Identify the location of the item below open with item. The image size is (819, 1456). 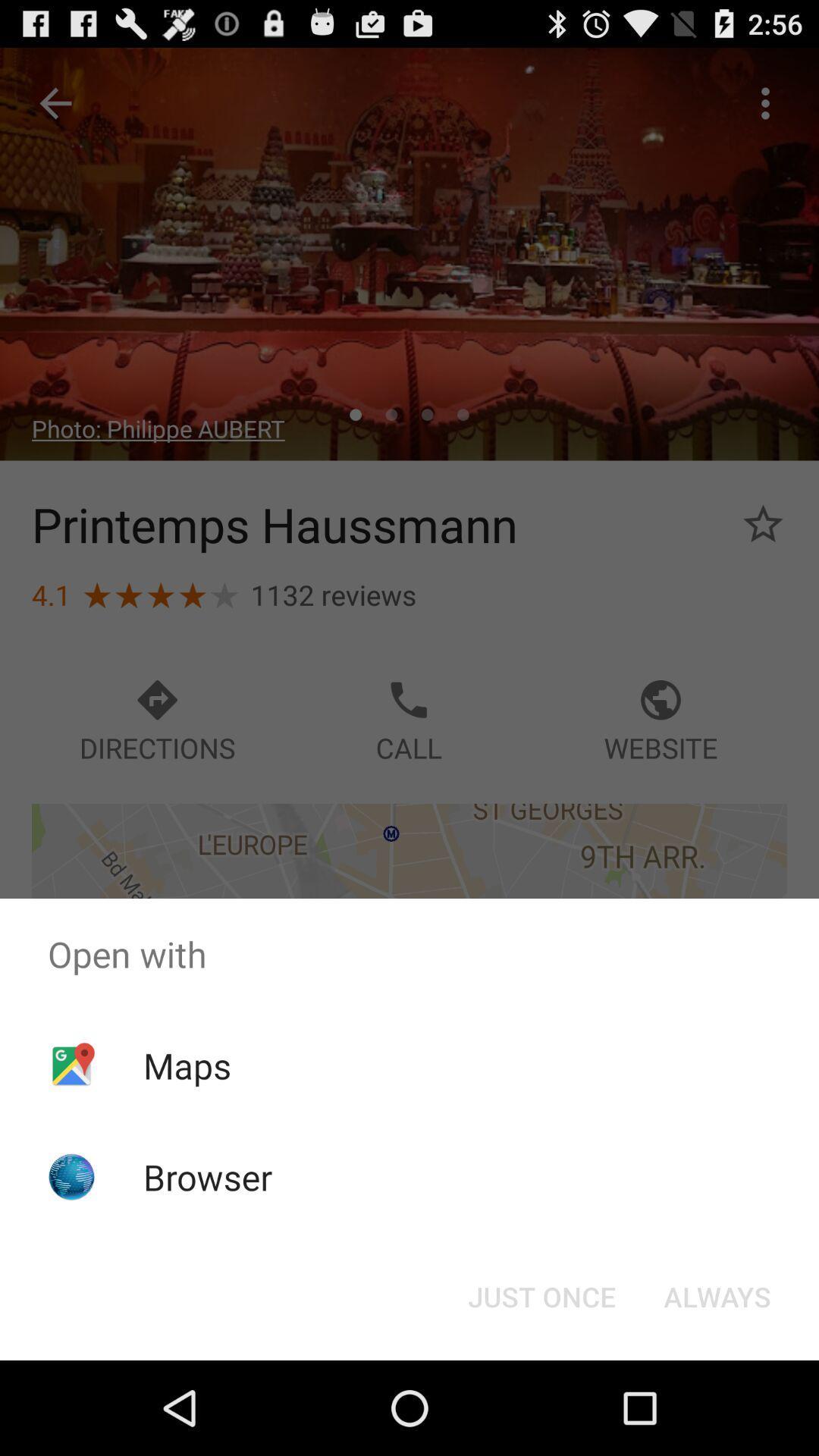
(717, 1295).